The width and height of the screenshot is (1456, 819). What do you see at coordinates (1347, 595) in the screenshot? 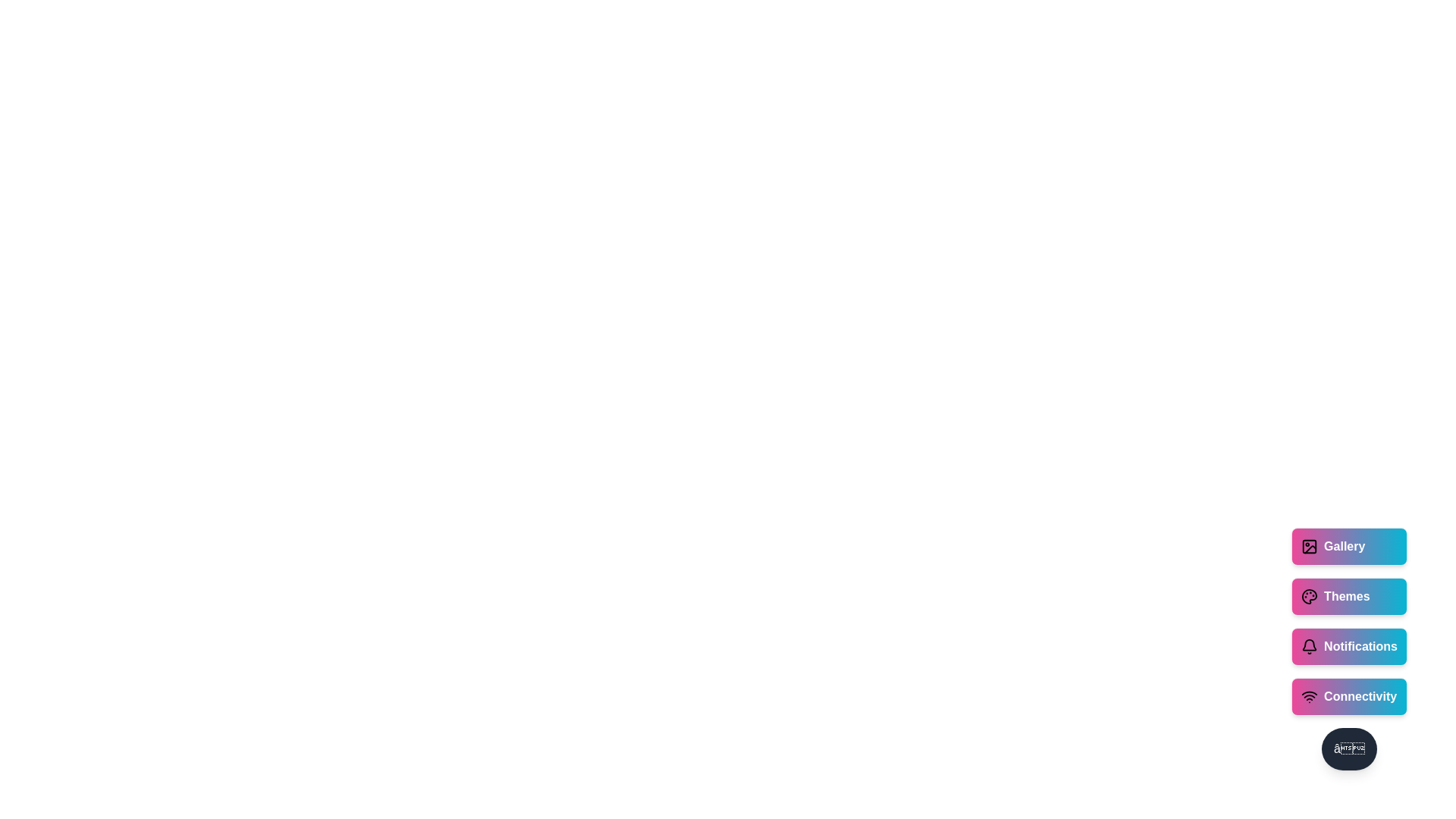
I see `the button that contains the label indicating 'Themes', which is located within the second button of a vertical stack on the right side of the interface, next to a palette icon` at bounding box center [1347, 595].